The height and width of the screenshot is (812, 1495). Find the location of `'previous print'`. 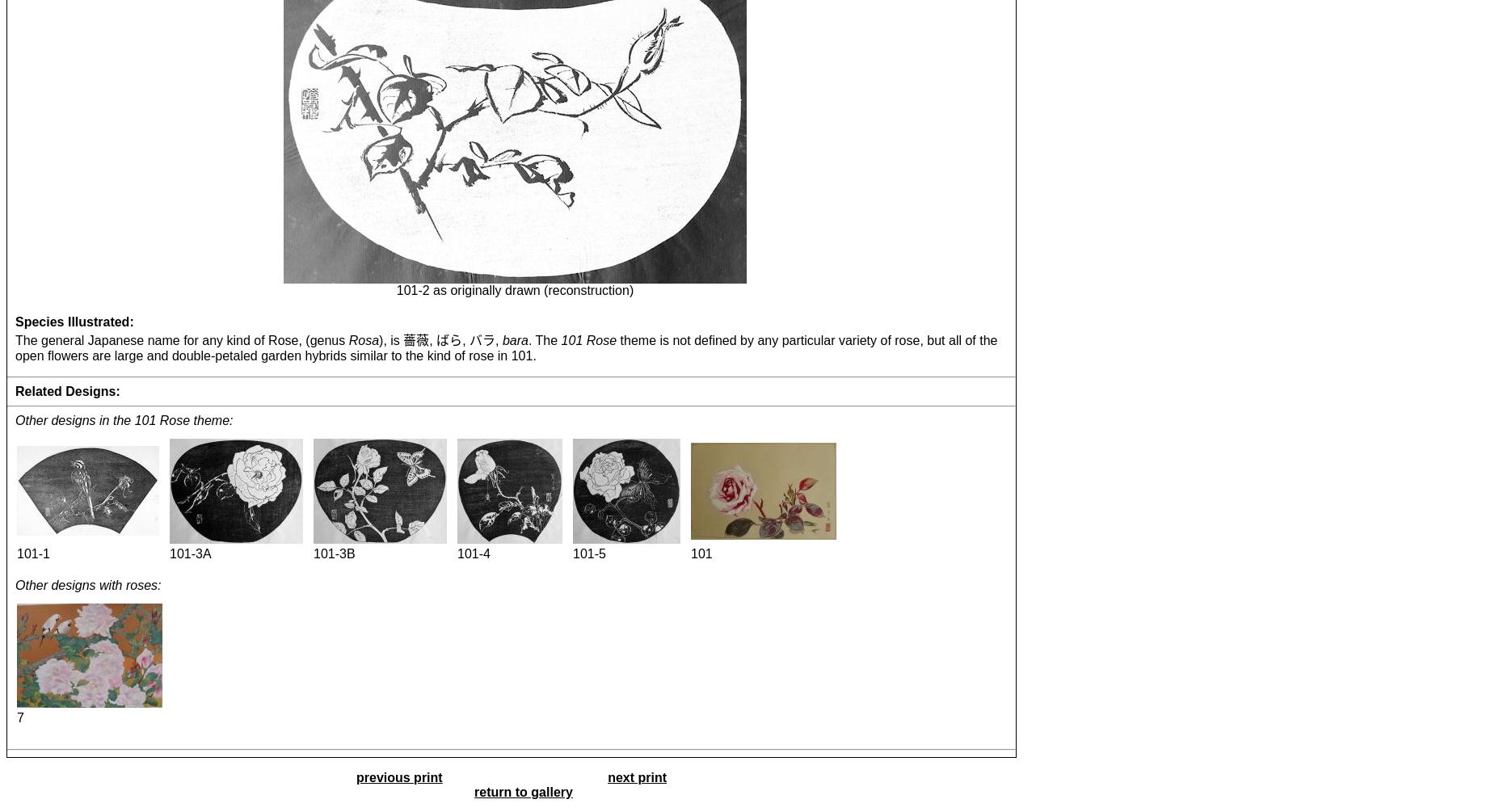

'previous print' is located at coordinates (398, 776).